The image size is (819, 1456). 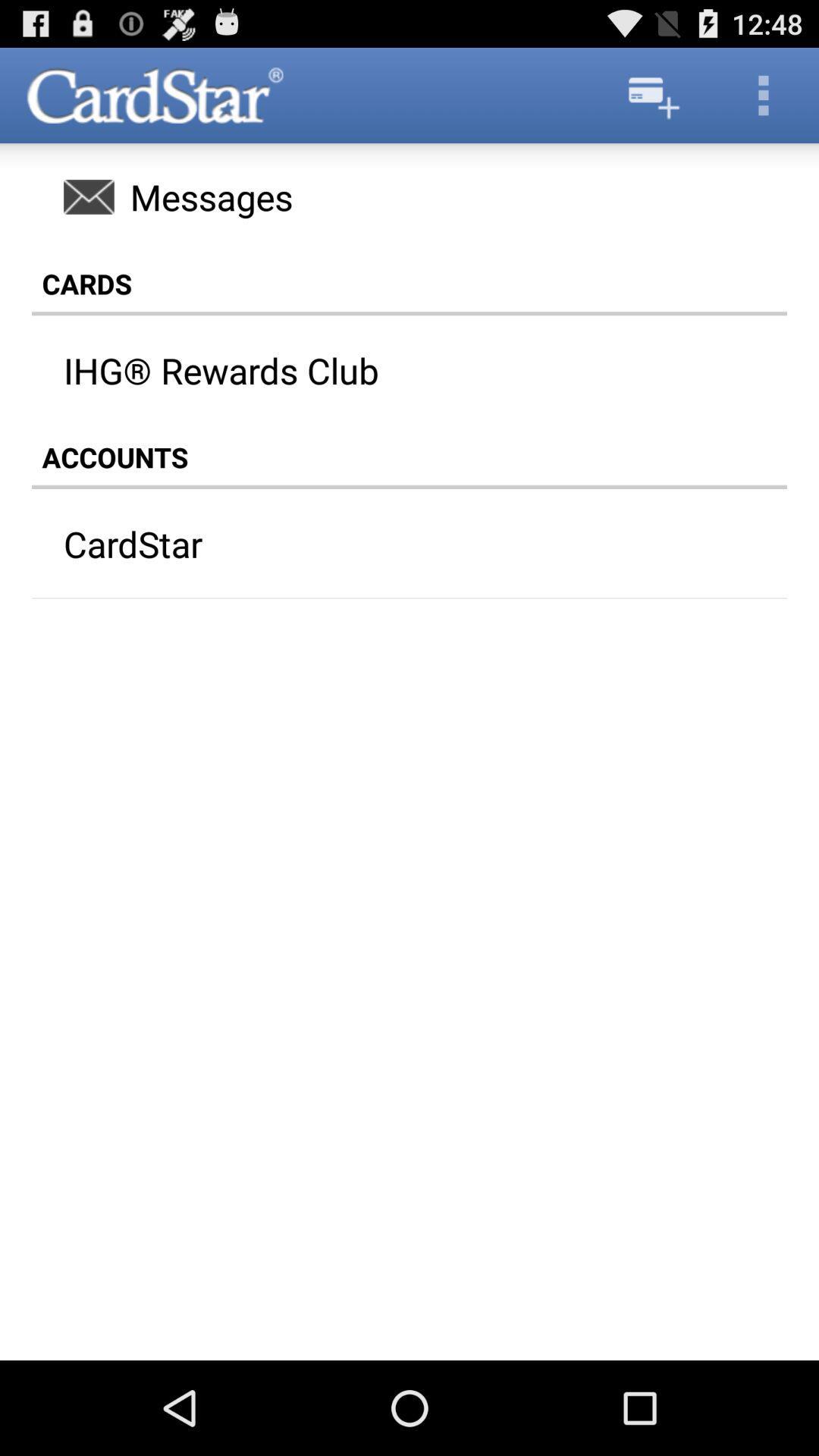 I want to click on item above the messages, so click(x=651, y=94).